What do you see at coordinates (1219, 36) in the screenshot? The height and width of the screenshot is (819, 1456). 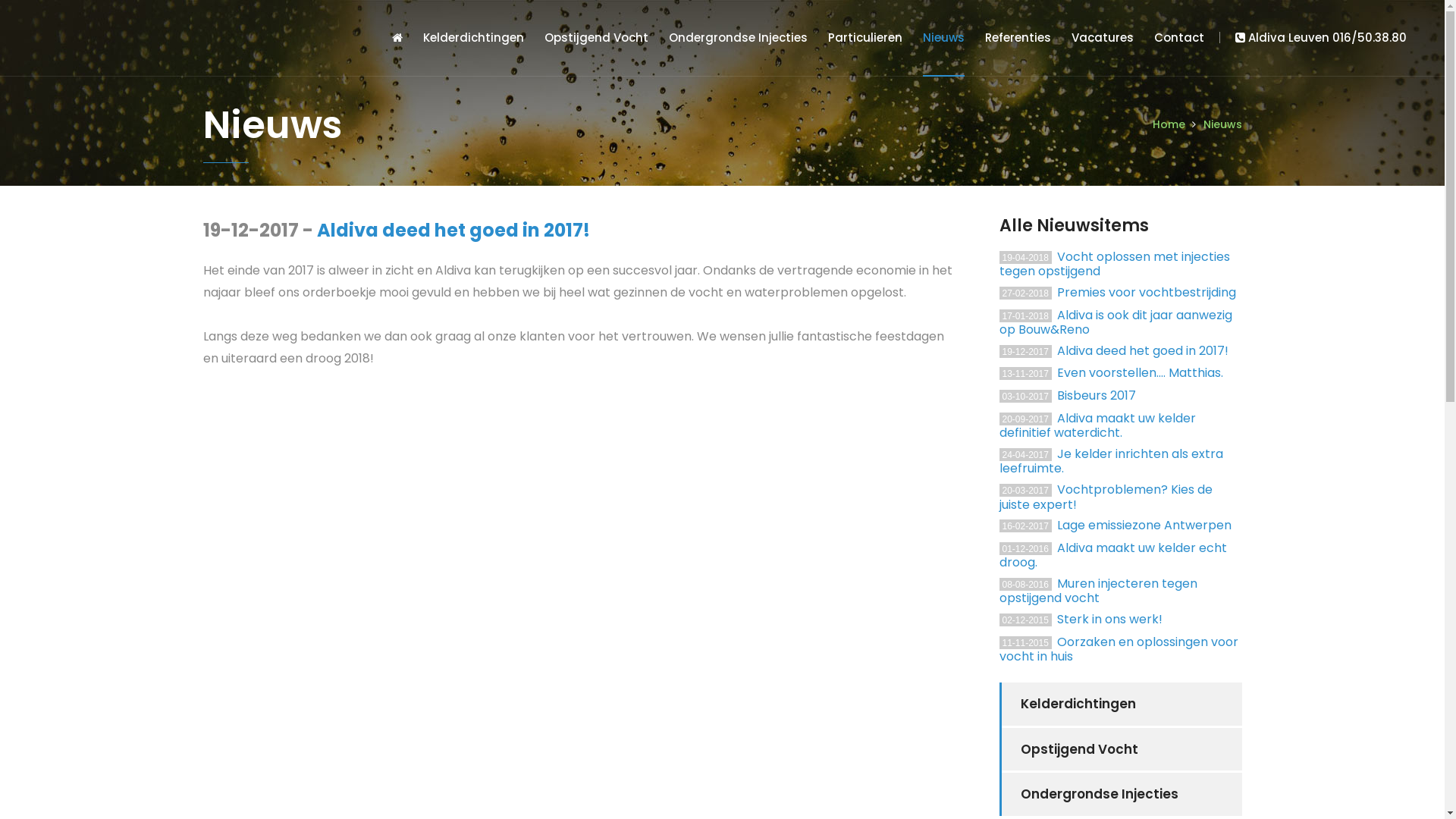 I see `'Aldiva Leuven 016/50.38.80'` at bounding box center [1219, 36].